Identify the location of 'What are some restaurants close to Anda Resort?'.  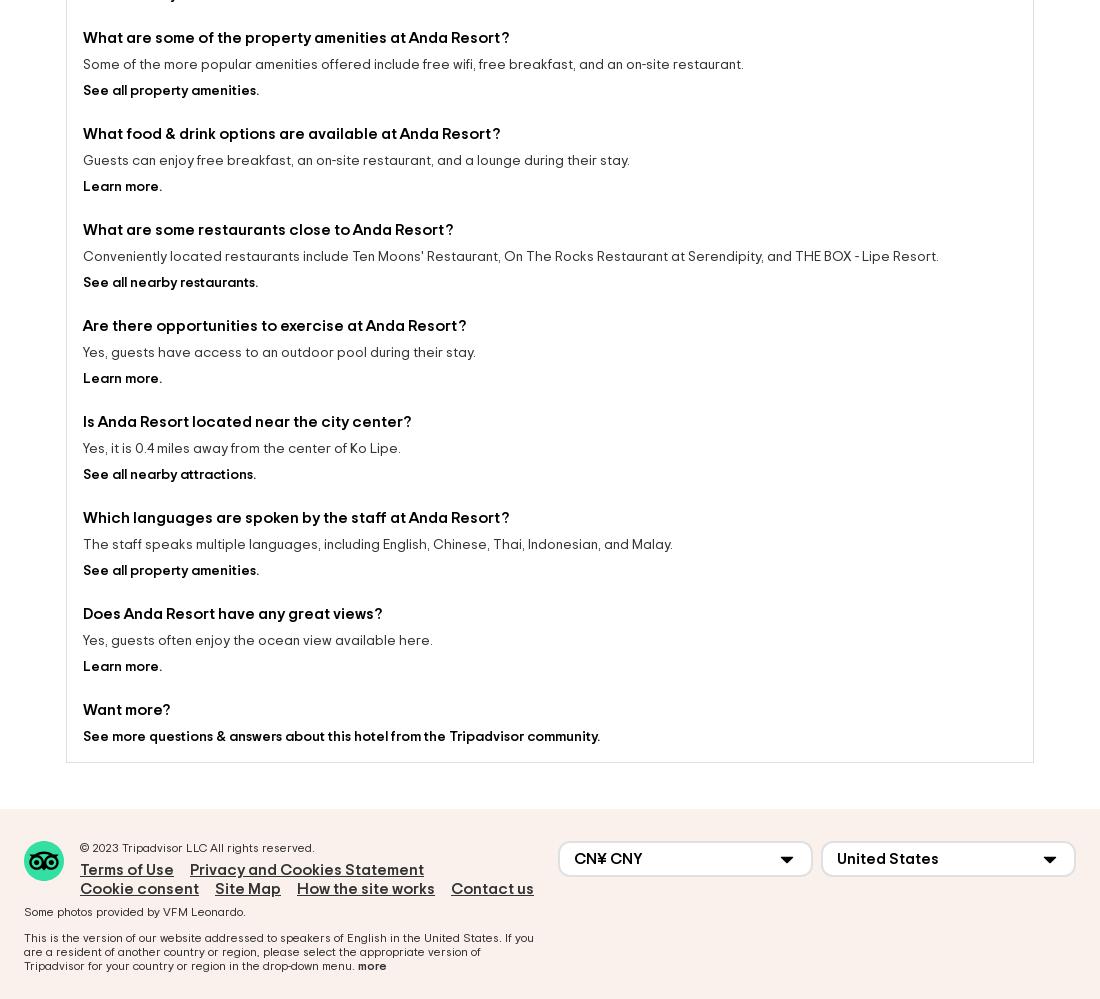
(267, 210).